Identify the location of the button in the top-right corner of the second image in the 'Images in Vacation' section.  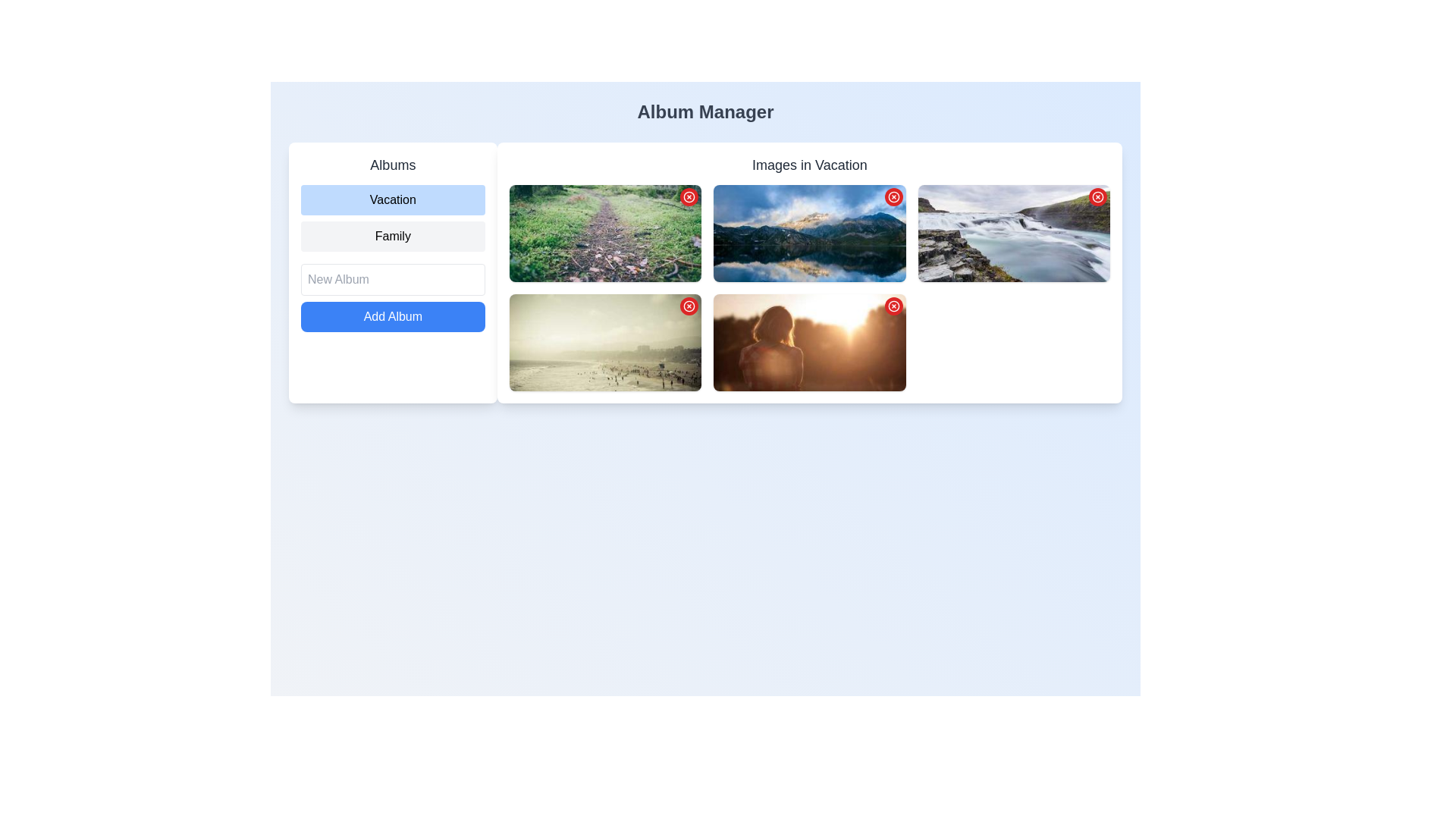
(893, 196).